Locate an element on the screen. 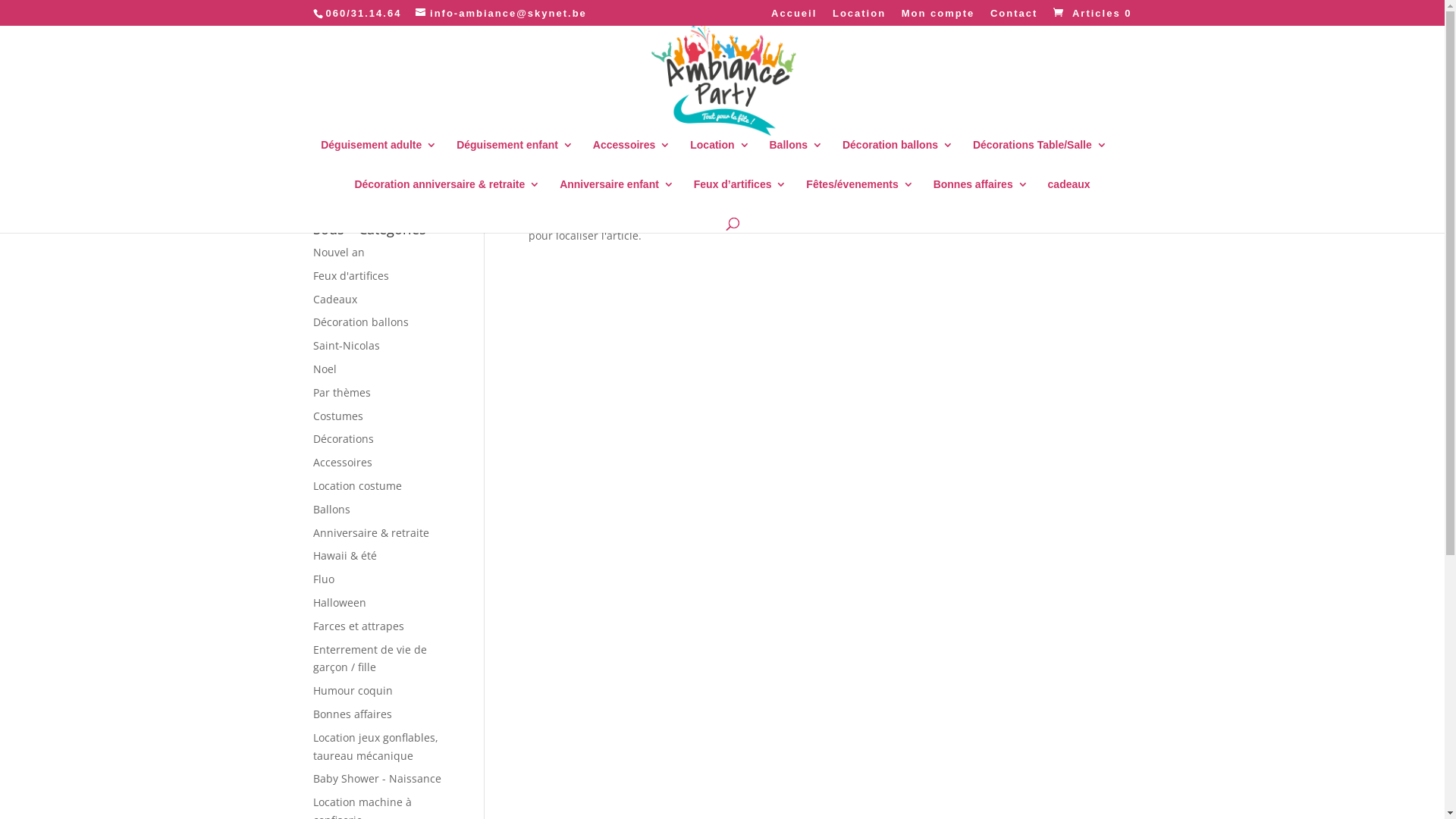  'Farces et attrapes' is located at coordinates (356, 626).